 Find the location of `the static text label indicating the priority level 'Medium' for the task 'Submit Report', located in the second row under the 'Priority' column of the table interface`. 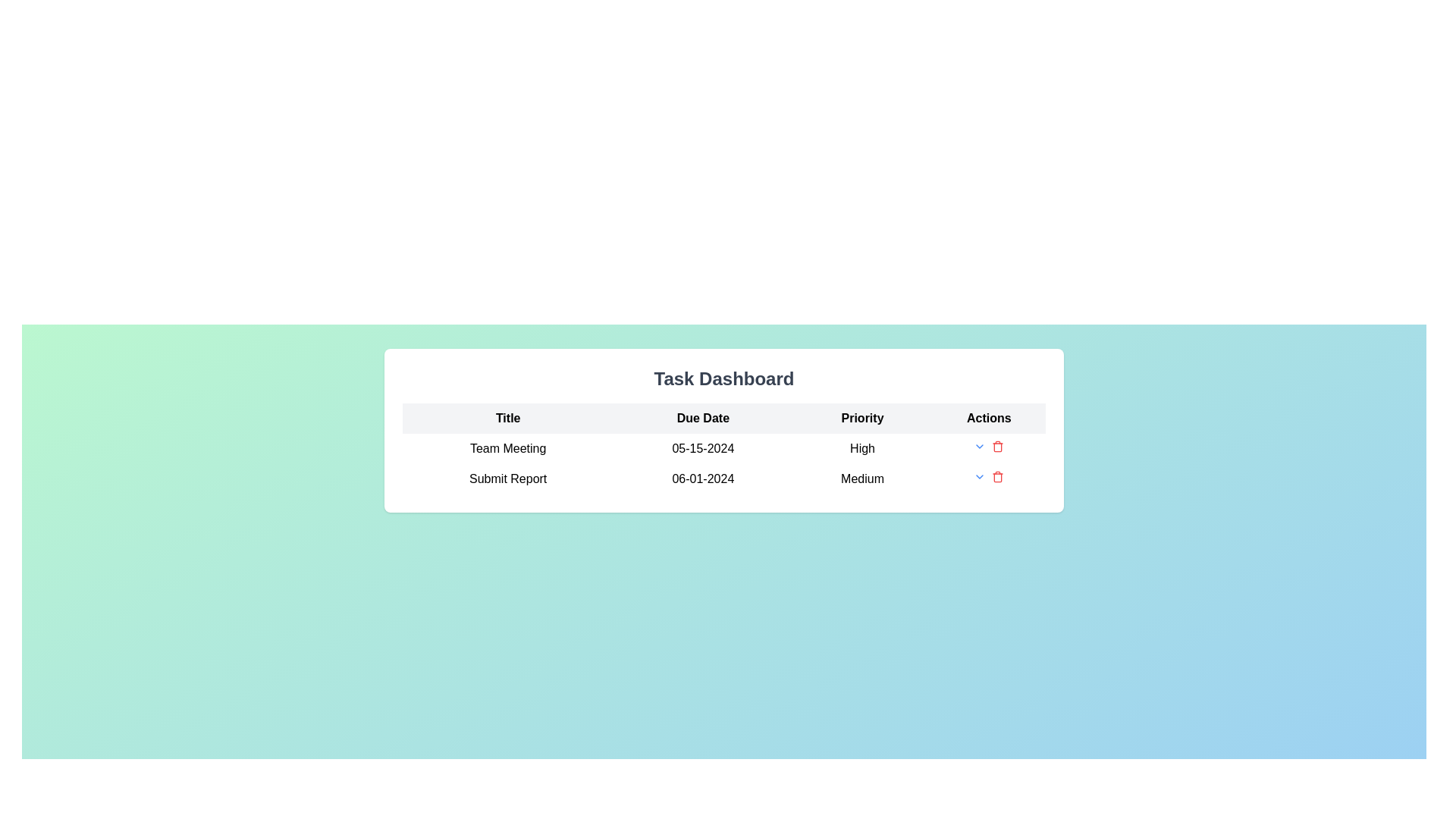

the static text label indicating the priority level 'Medium' for the task 'Submit Report', located in the second row under the 'Priority' column of the table interface is located at coordinates (862, 479).